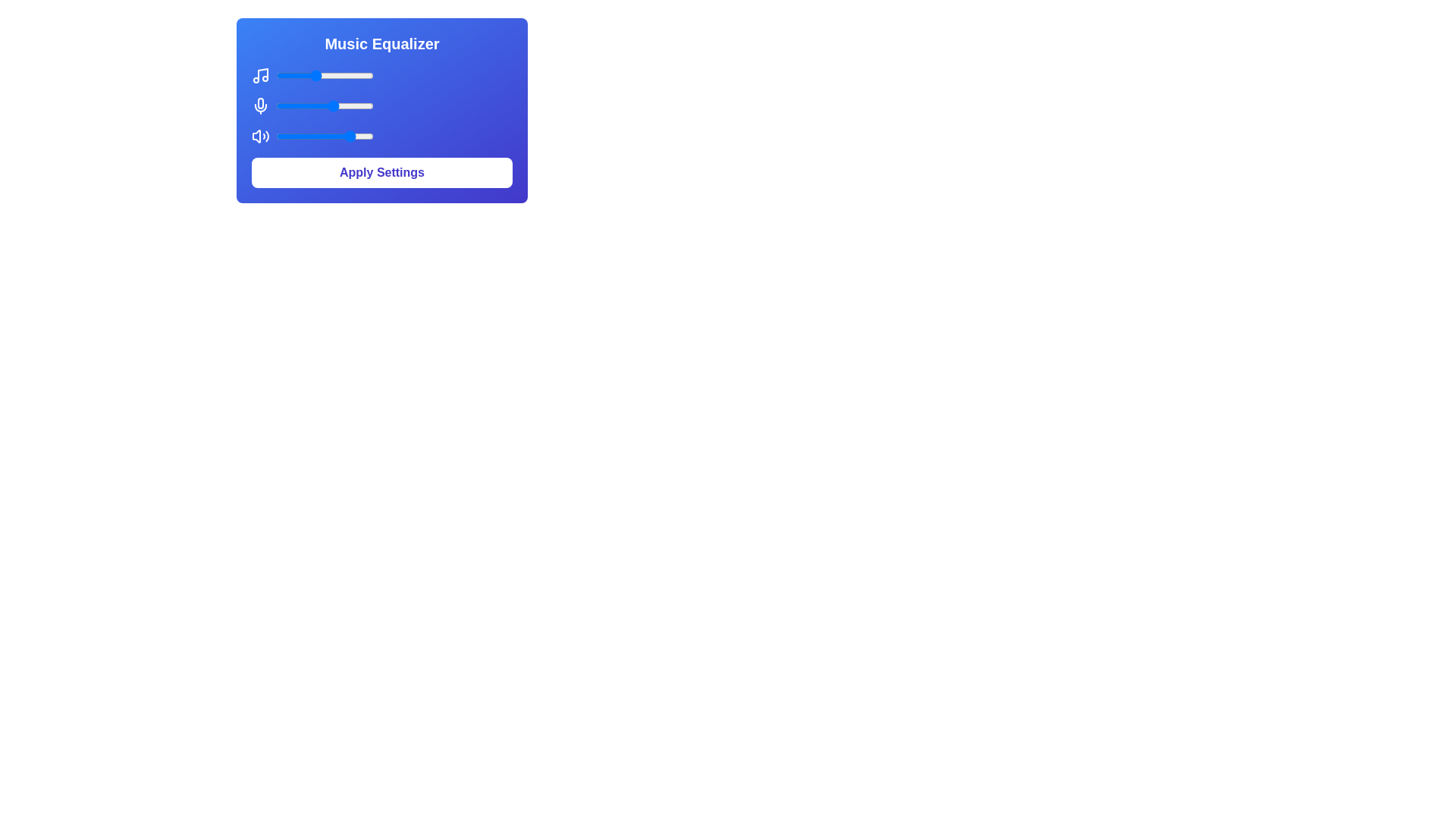 The height and width of the screenshot is (819, 1456). I want to click on the music level, so click(307, 76).